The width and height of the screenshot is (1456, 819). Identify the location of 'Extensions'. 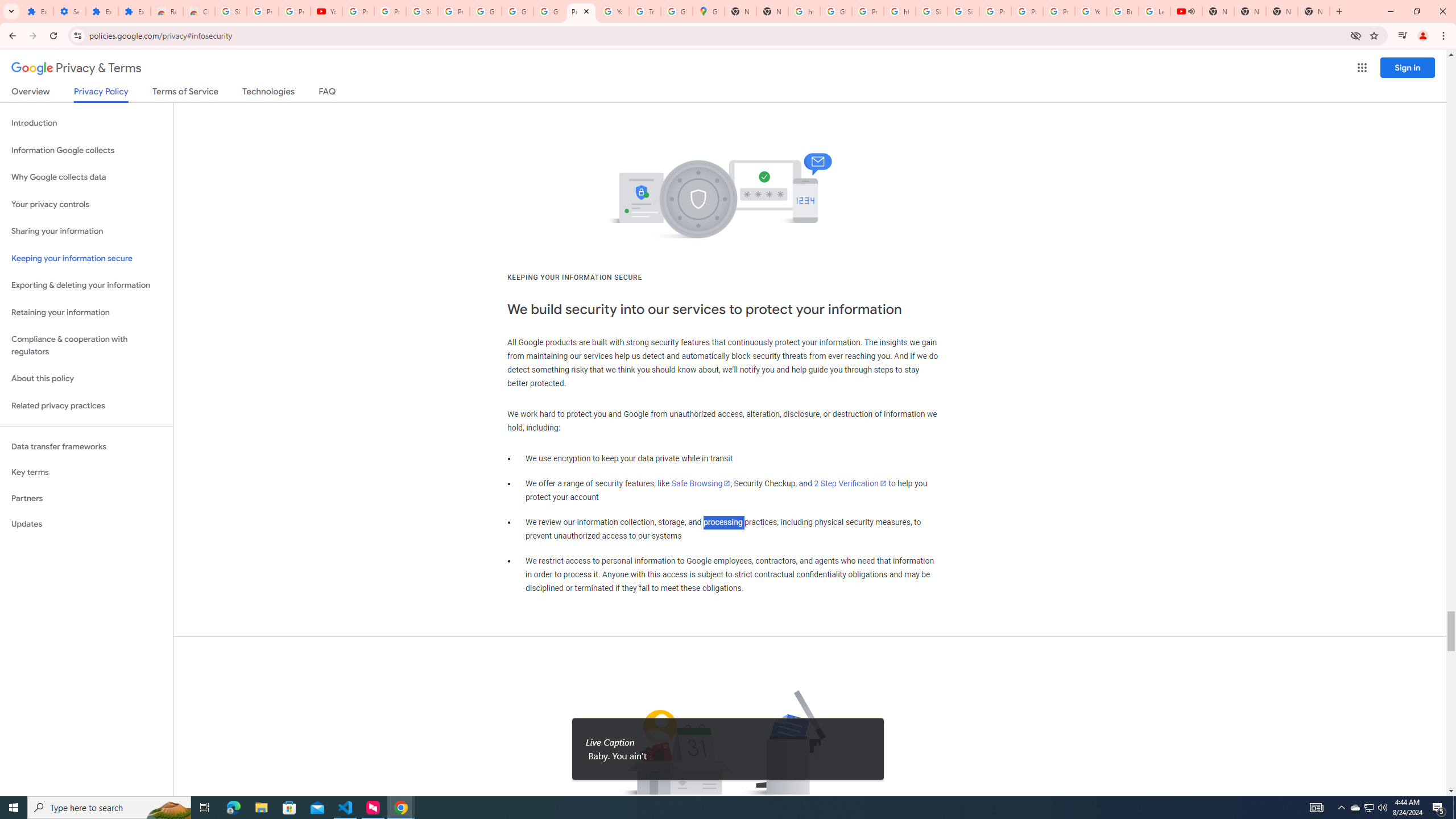
(134, 11).